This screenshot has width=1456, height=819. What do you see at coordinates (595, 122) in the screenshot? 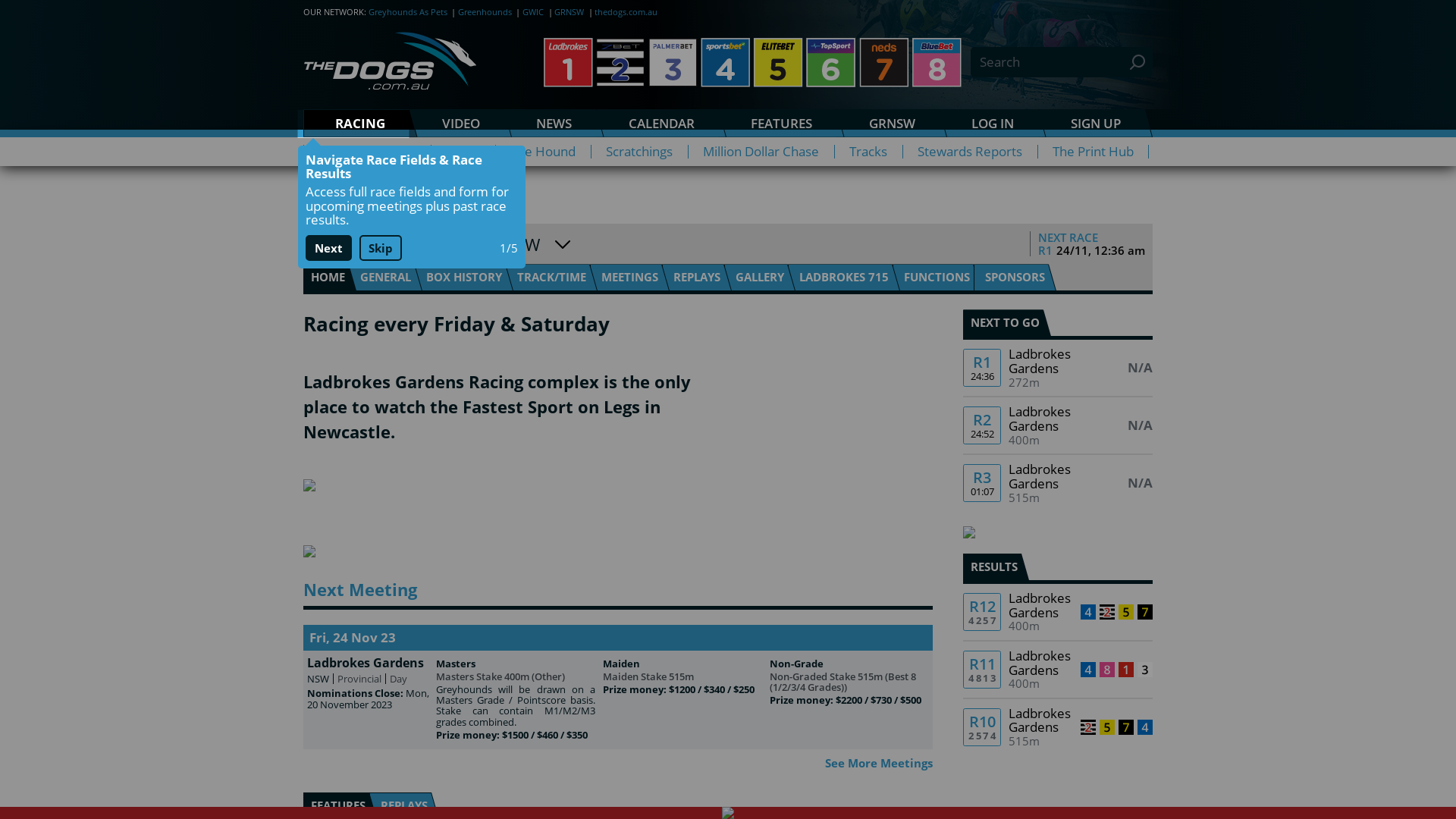
I see `'CALENDAR'` at bounding box center [595, 122].